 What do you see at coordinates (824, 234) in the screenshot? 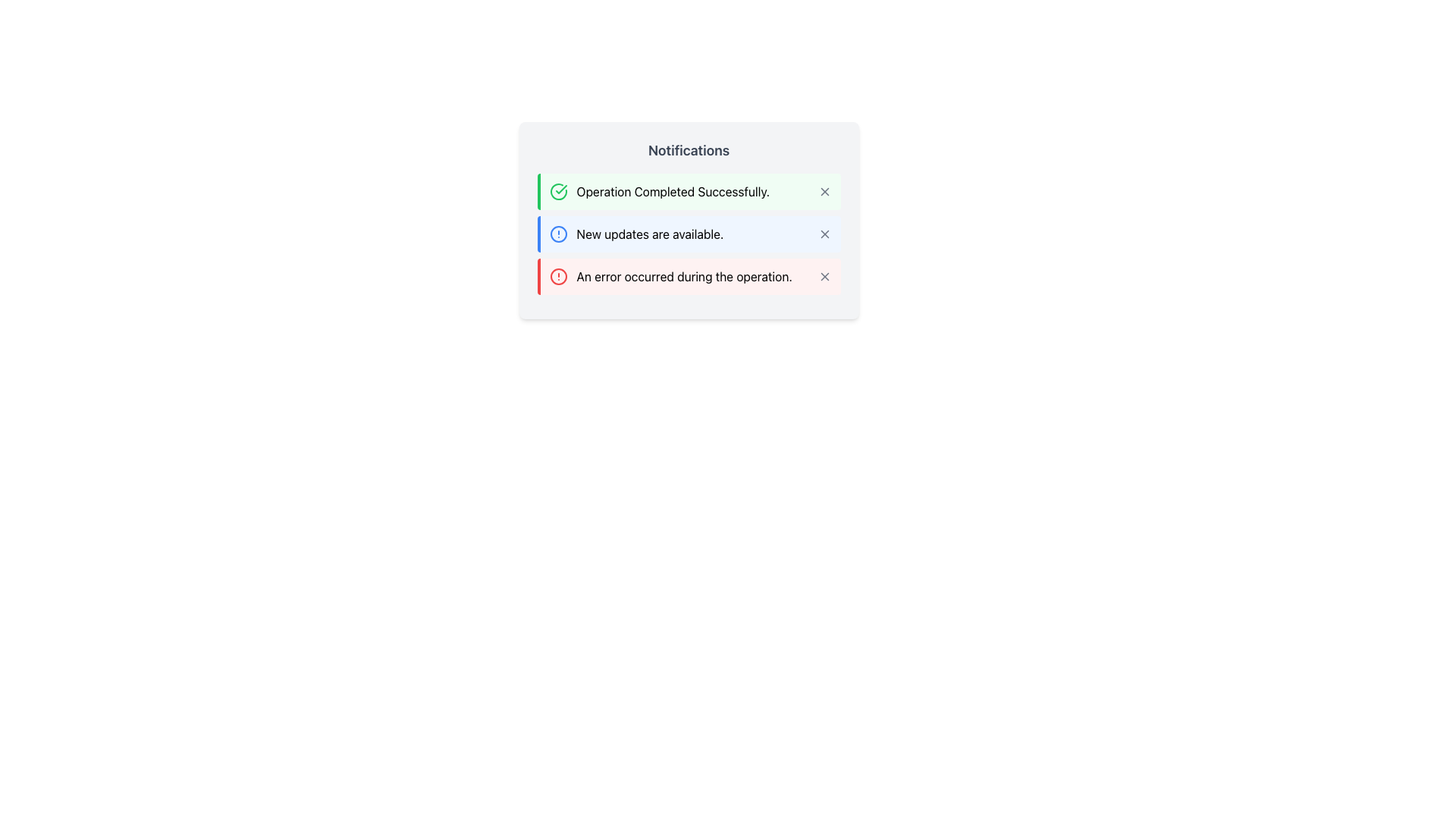
I see `the gray 'X' icon located at the far right of the notification panel that says 'New updates are available'` at bounding box center [824, 234].